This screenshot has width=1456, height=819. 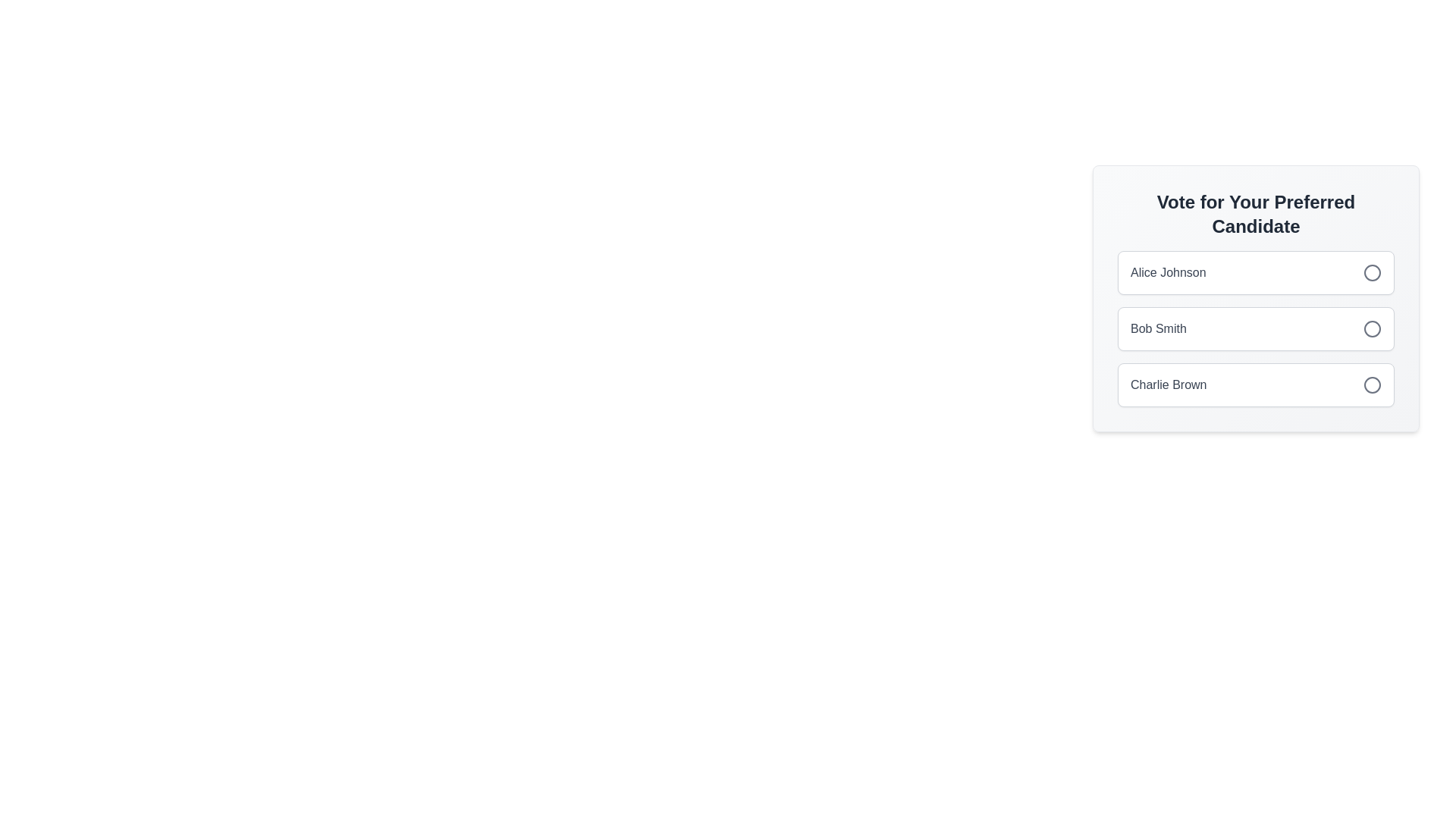 I want to click on the radio button representing the 'Charlie Brown' option, located to the far right in the vertical list of options, so click(x=1372, y=384).